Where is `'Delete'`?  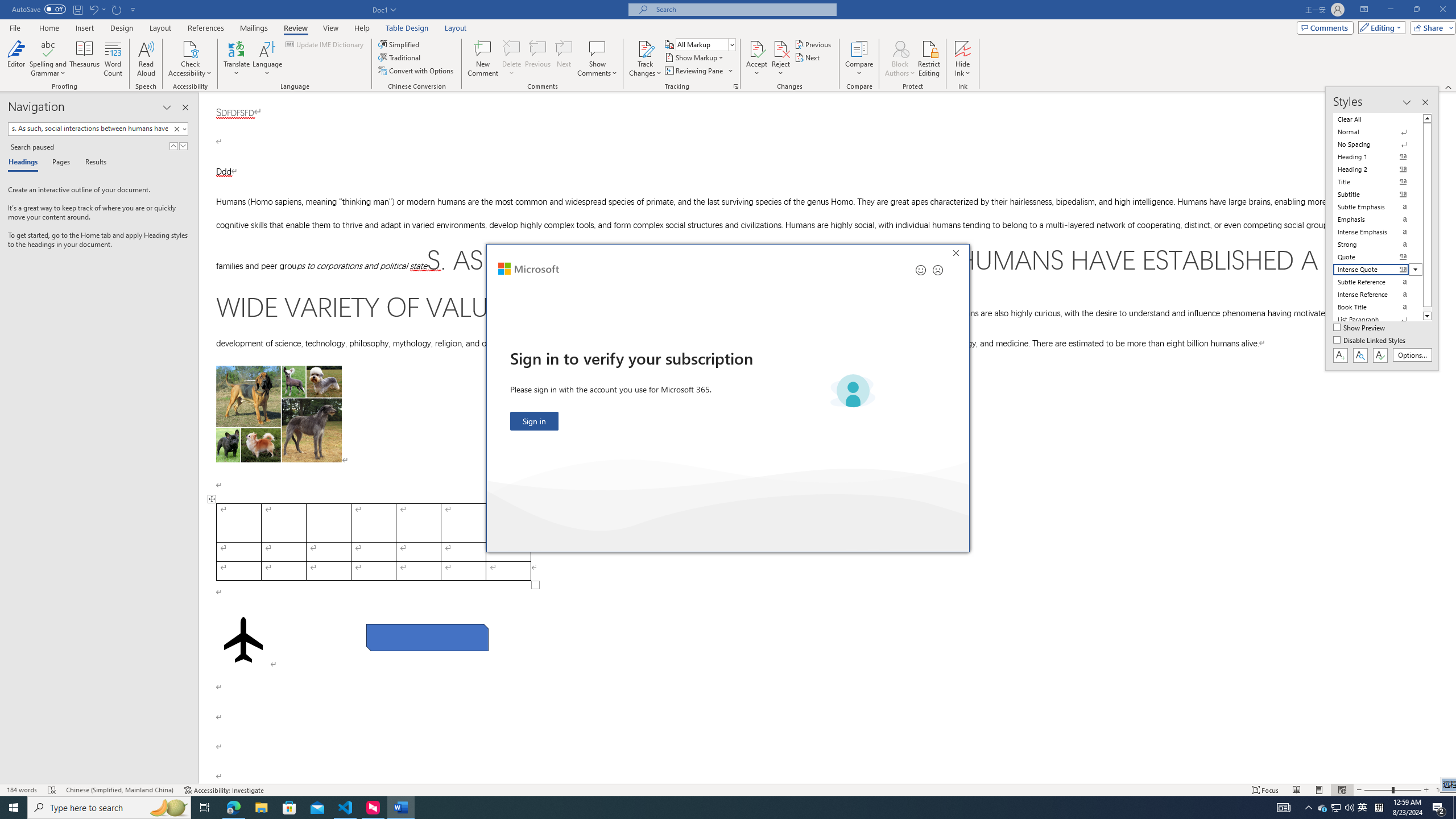 'Delete' is located at coordinates (511, 48).